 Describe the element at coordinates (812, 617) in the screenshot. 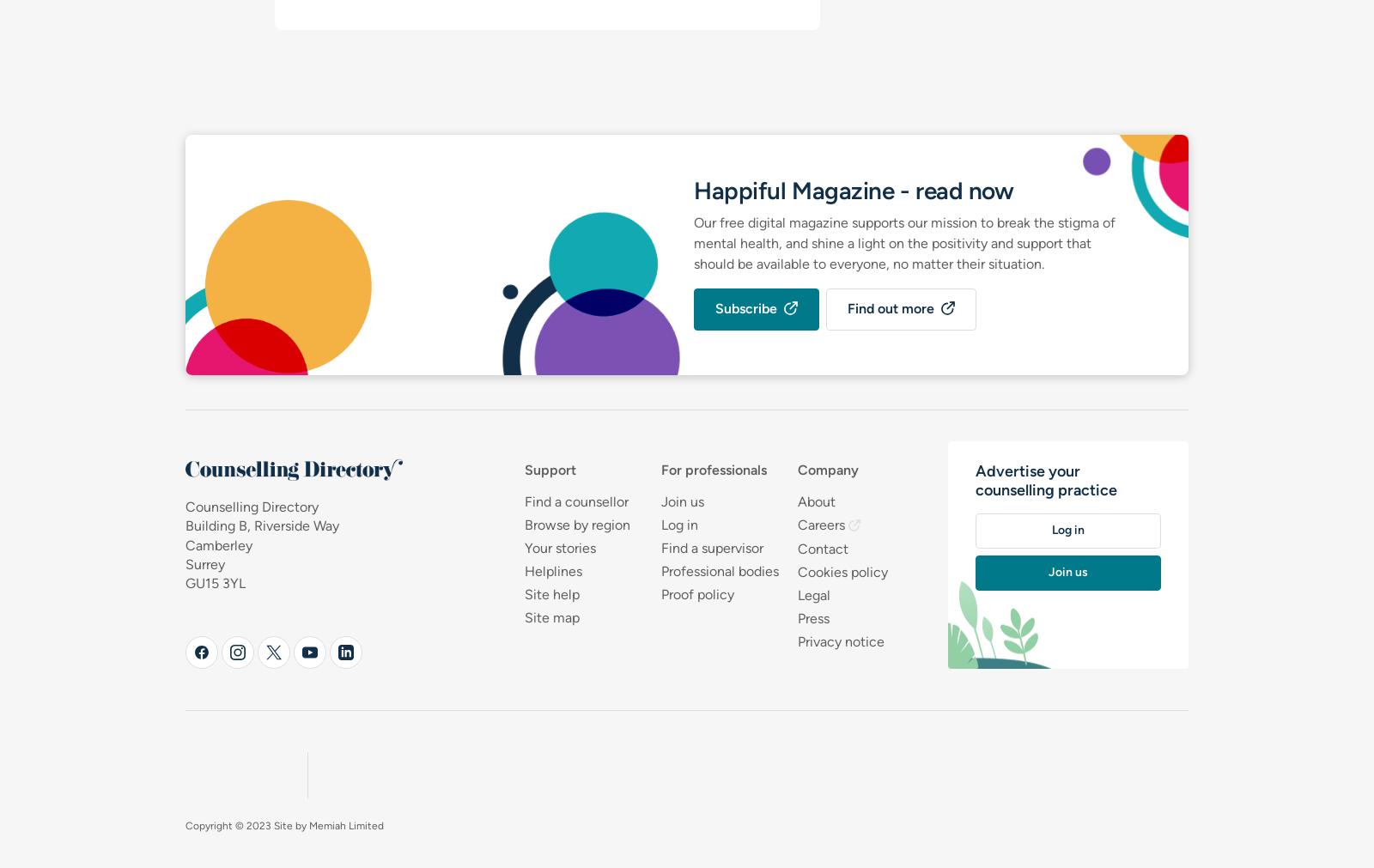

I see `'Press'` at that location.